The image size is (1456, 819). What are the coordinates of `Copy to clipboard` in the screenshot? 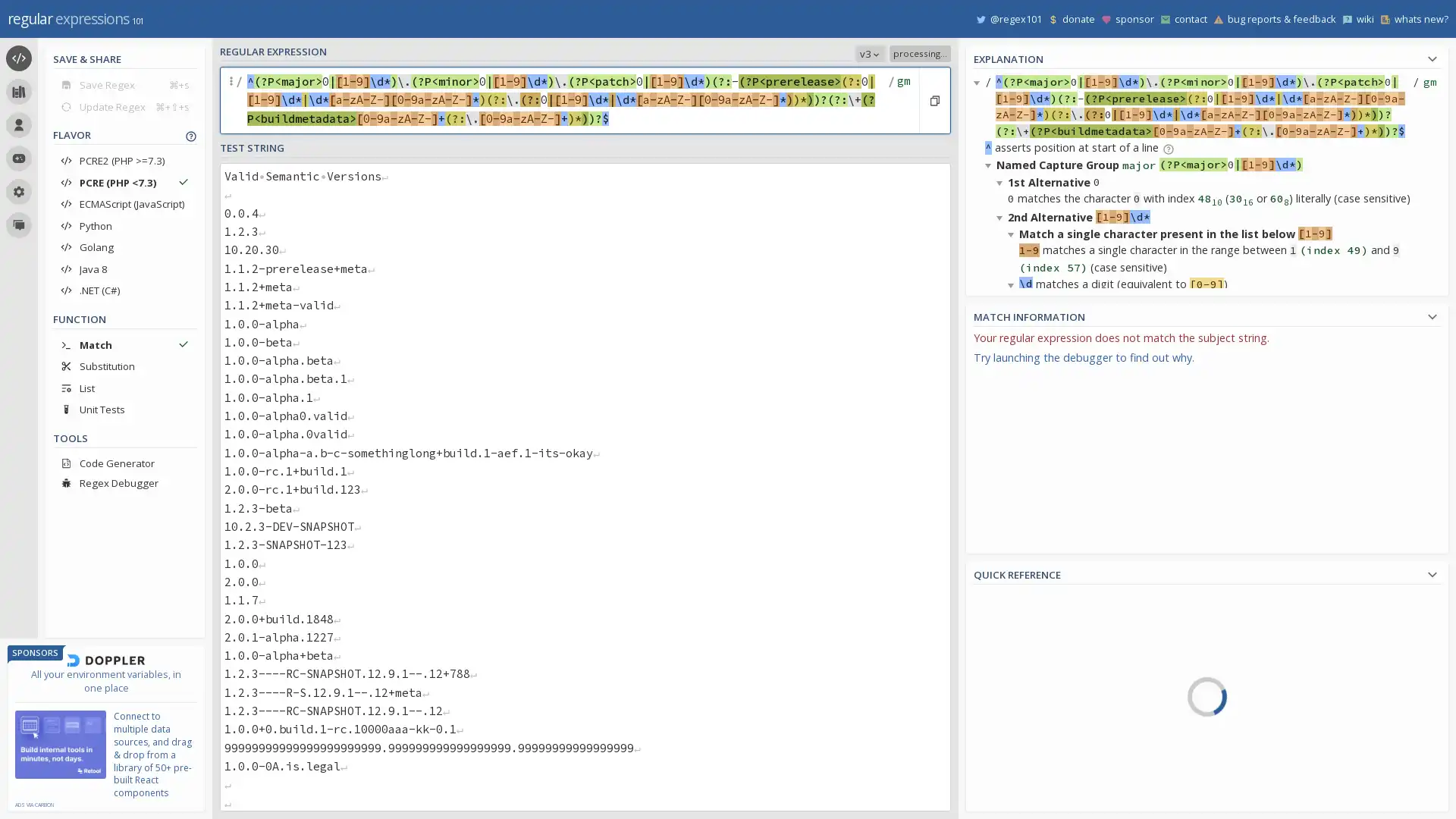 It's located at (934, 100).